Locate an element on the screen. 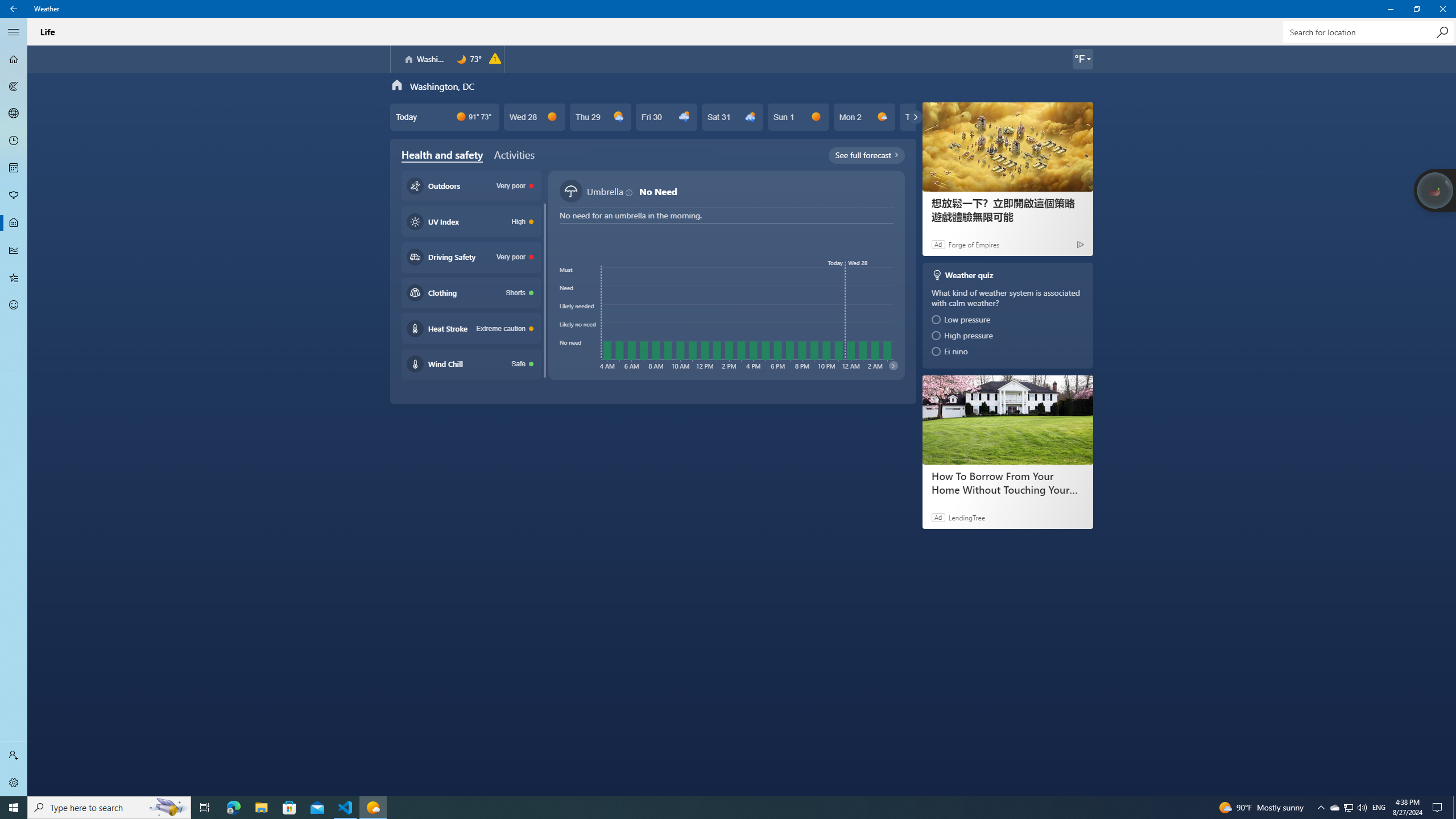 This screenshot has width=1456, height=819. '3D Maps - Not Selected' is located at coordinates (14, 113).